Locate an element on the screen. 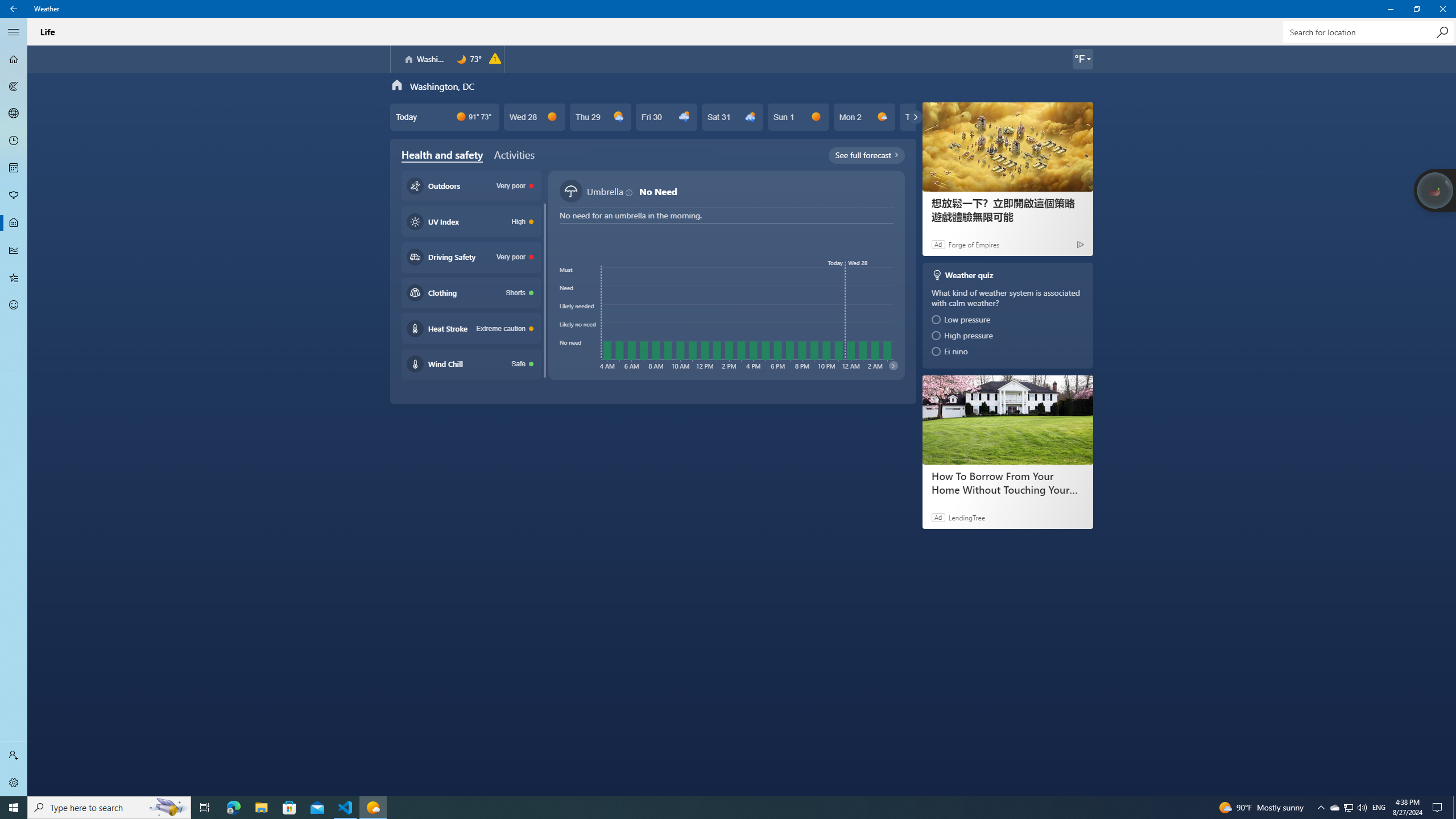 This screenshot has width=1456, height=819. '3D Maps - Not Selected' is located at coordinates (14, 113).